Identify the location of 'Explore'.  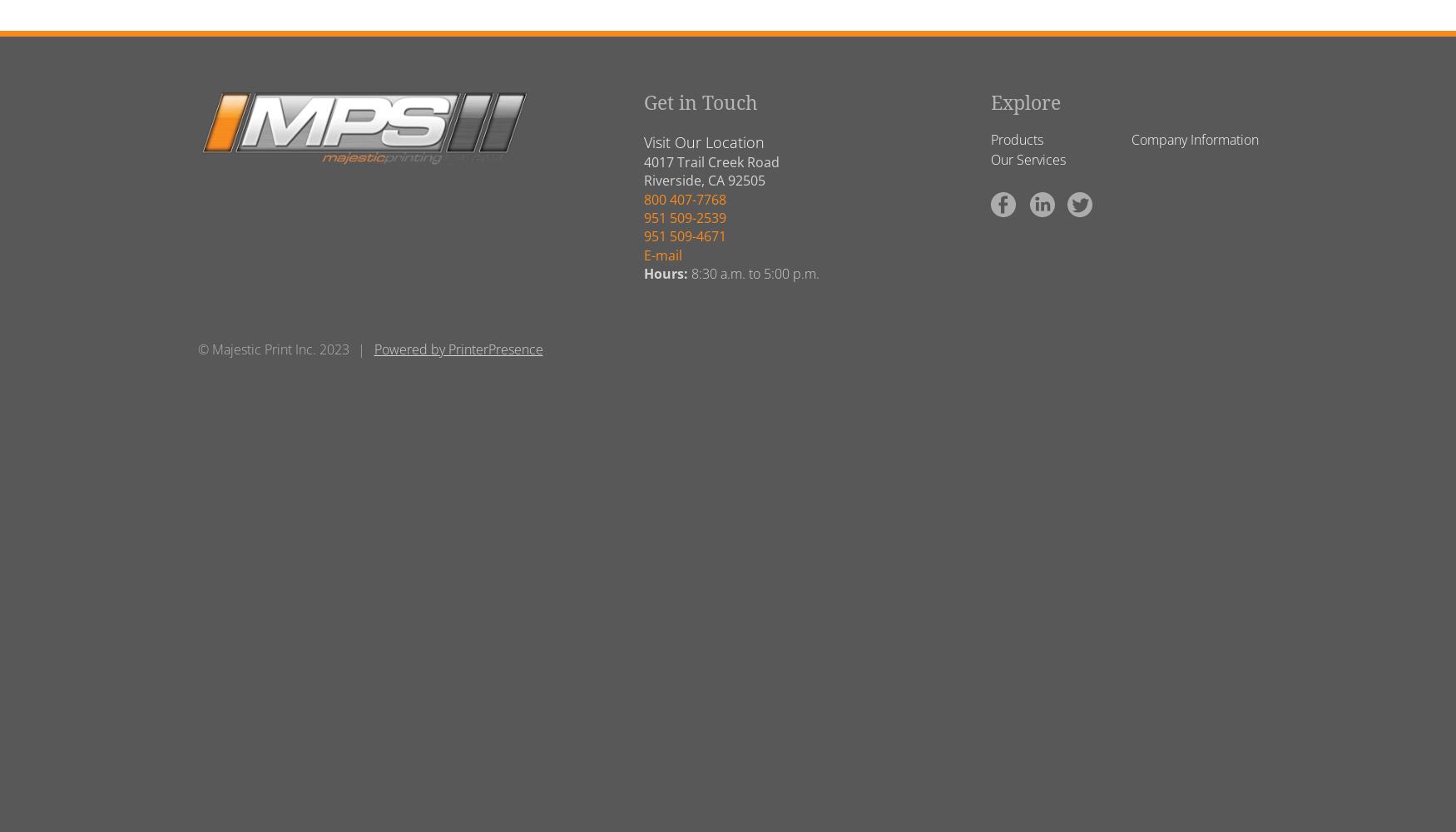
(1025, 102).